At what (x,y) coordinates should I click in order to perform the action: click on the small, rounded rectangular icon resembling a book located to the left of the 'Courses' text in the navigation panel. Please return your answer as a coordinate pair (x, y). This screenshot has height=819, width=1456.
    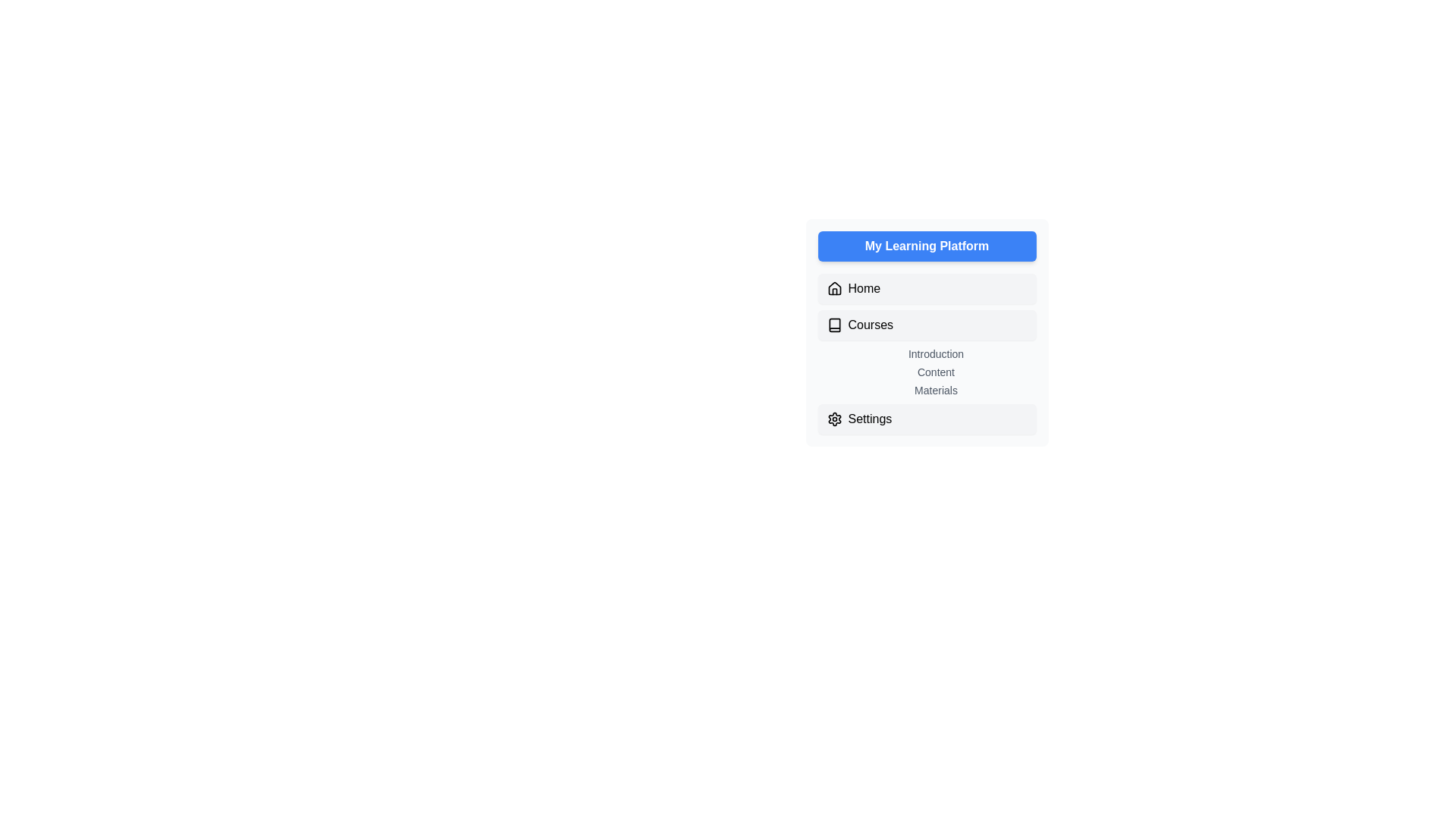
    Looking at the image, I should click on (833, 324).